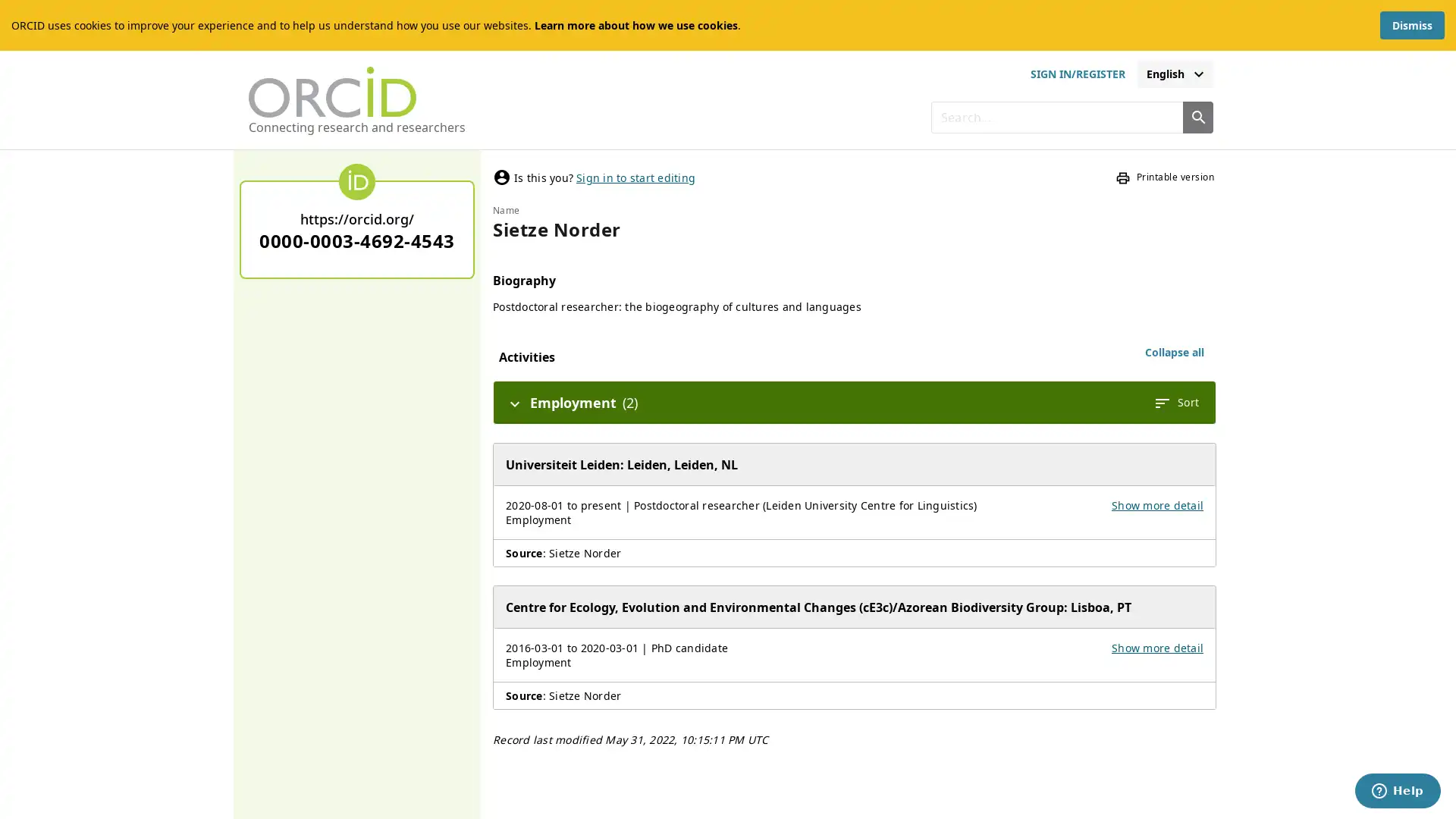  What do you see at coordinates (1164, 177) in the screenshot?
I see `Printable version` at bounding box center [1164, 177].